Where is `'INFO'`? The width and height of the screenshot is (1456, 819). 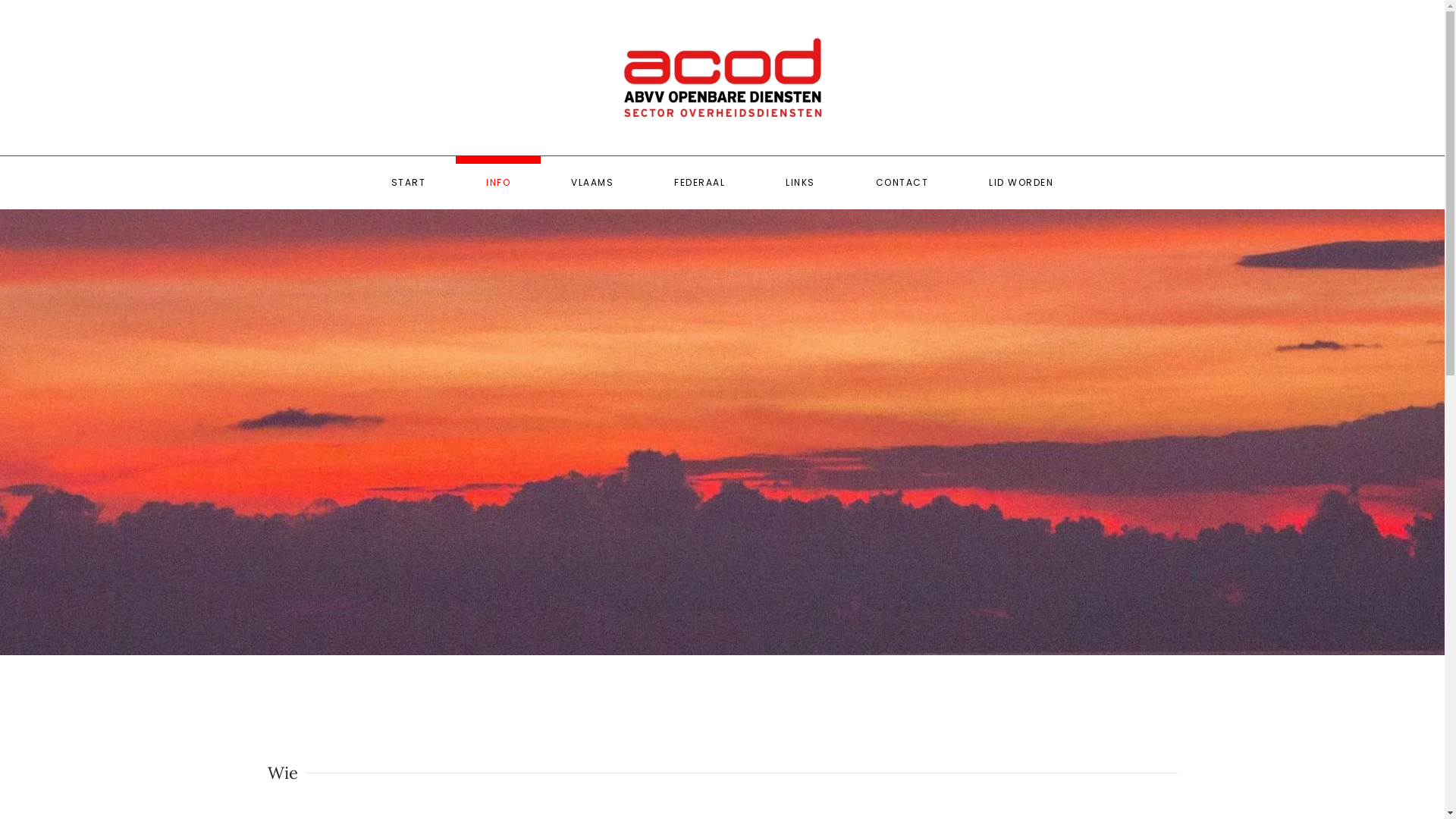
'INFO' is located at coordinates (454, 181).